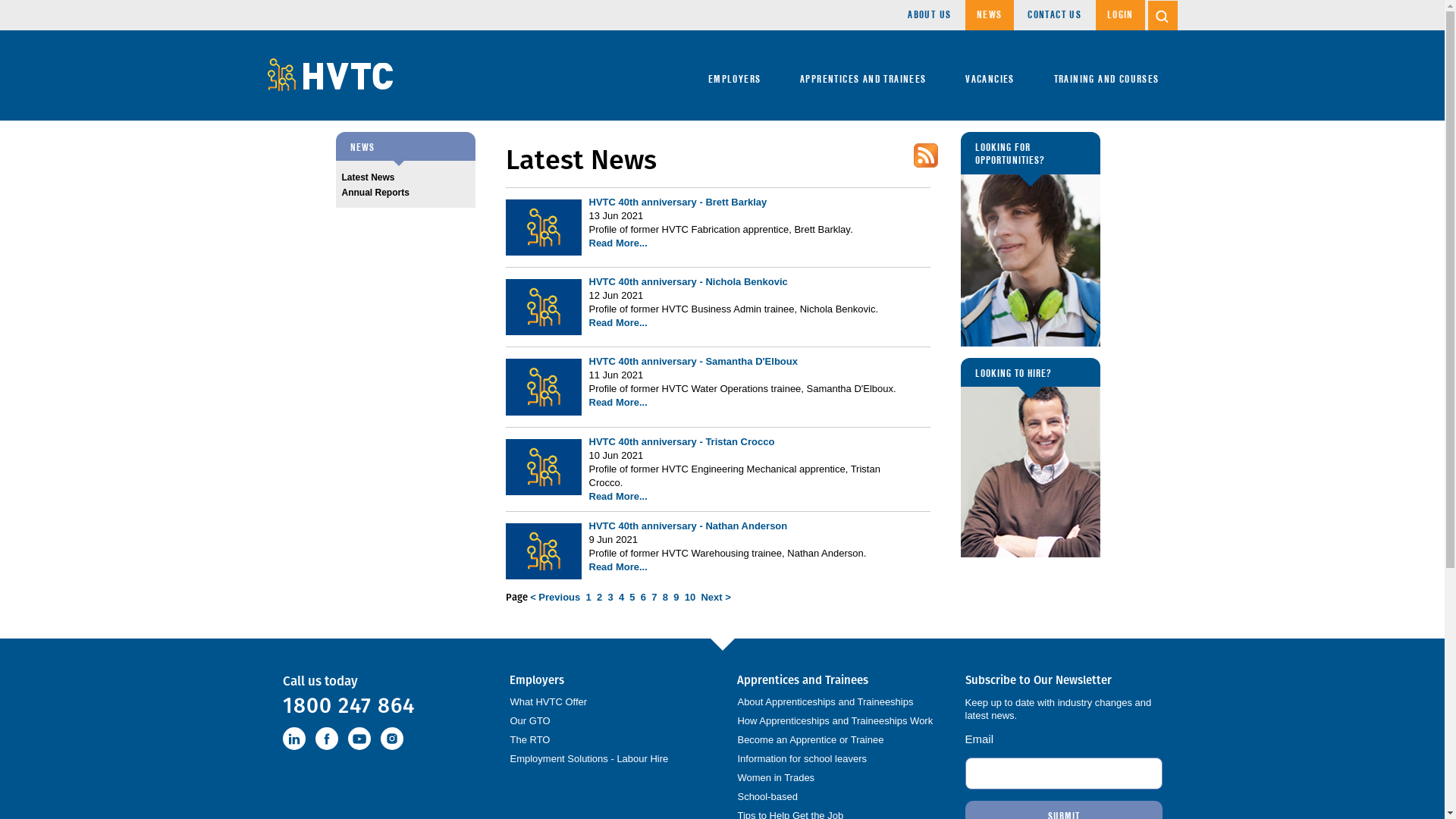 Image resolution: width=1456 pixels, height=819 pixels. Describe the element at coordinates (548, 701) in the screenshot. I see `'What HVTC Offer'` at that location.